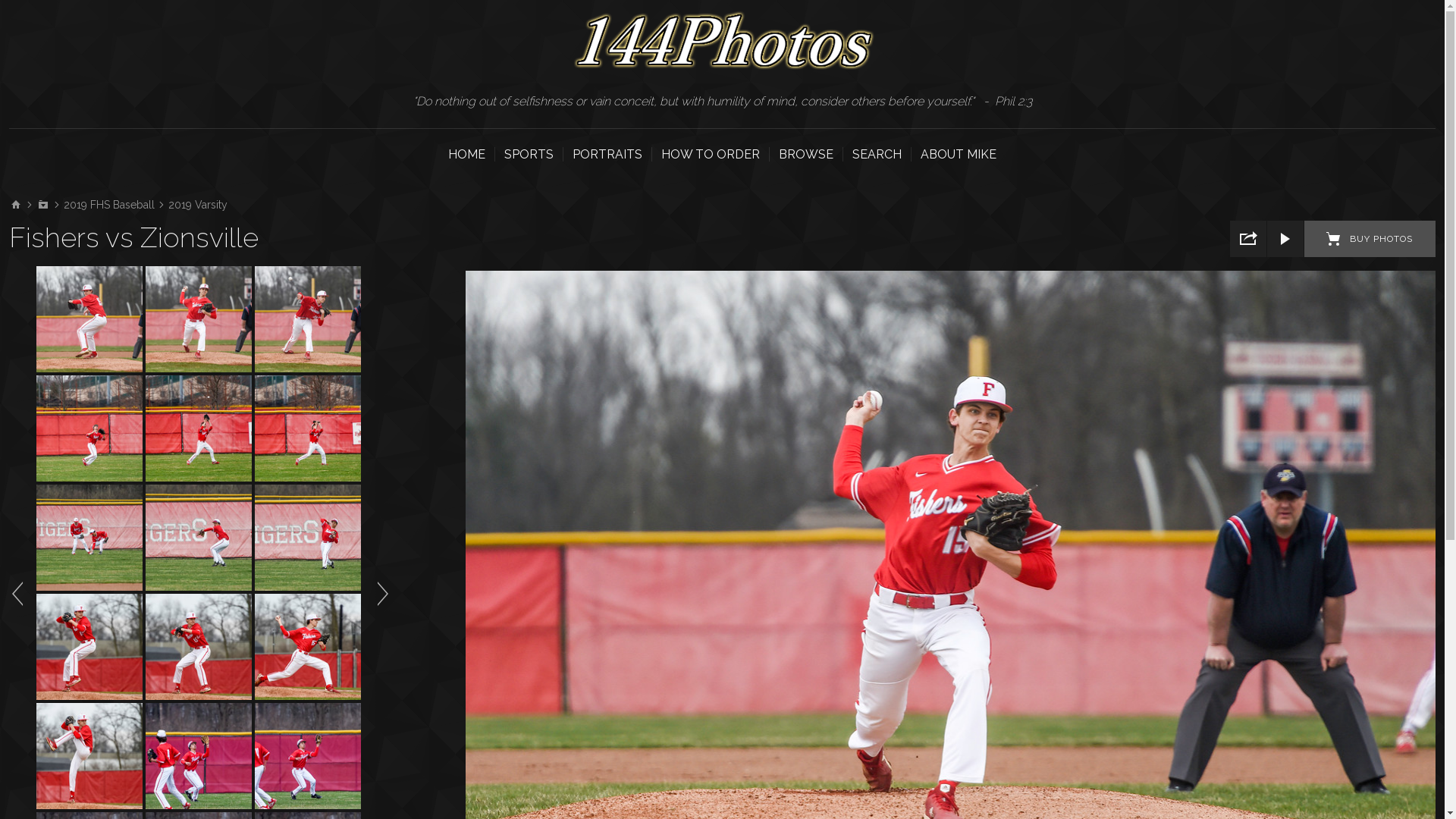 The image size is (1456, 819). I want to click on 'Share Gallery', so click(1248, 239).